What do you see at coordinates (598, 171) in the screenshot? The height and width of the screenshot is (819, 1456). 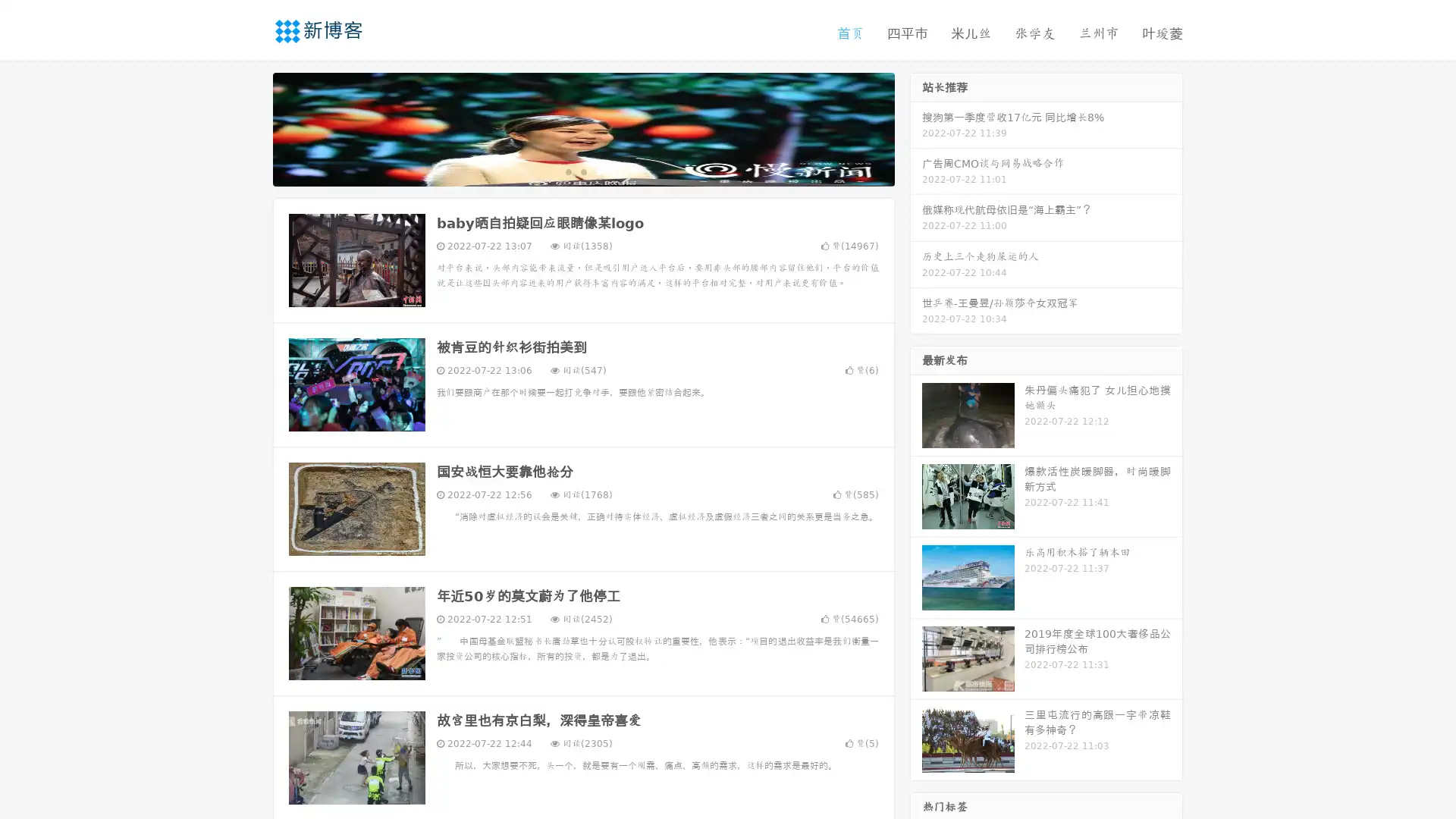 I see `Go to slide 3` at bounding box center [598, 171].